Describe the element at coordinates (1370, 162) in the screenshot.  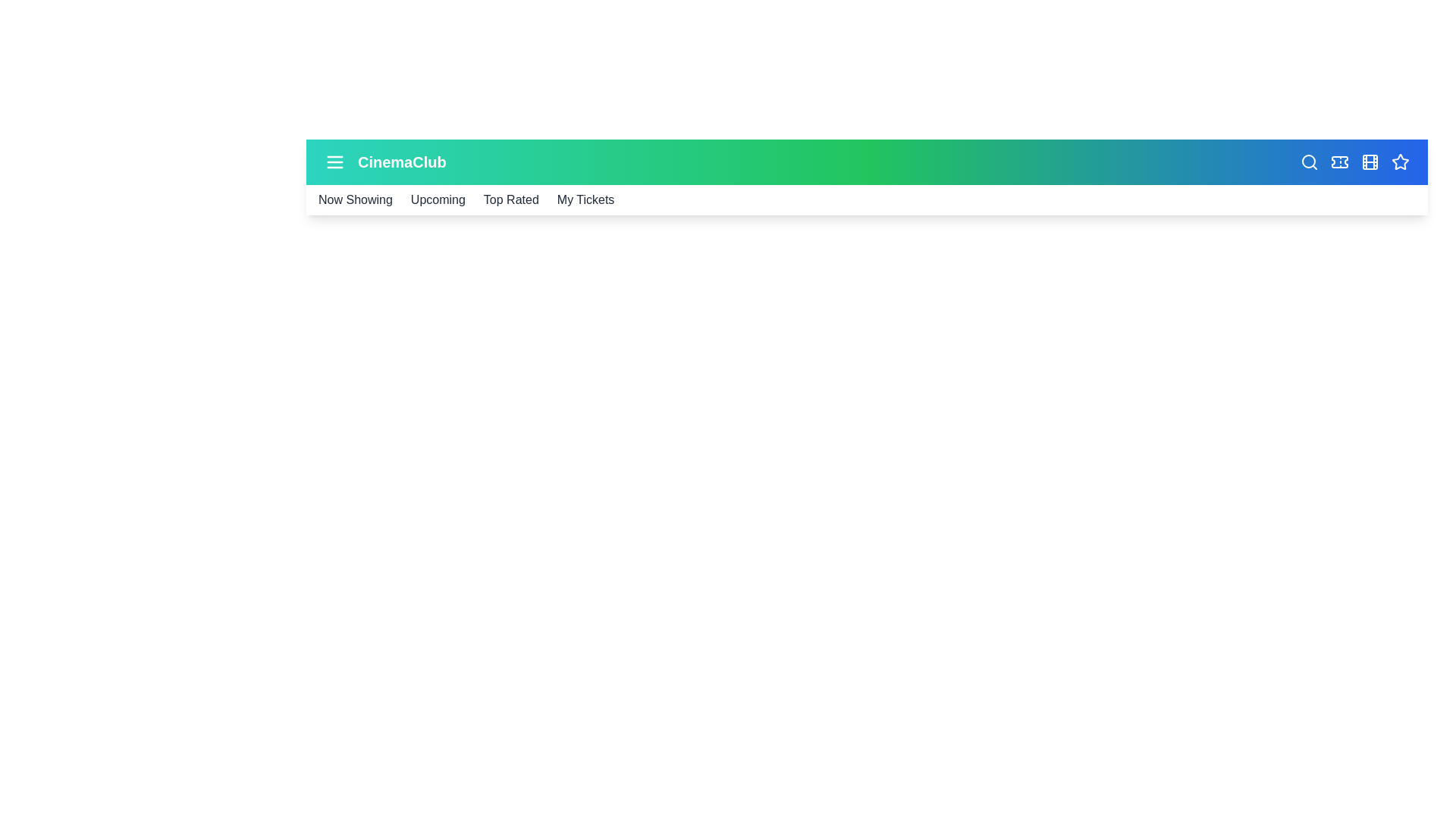
I see `the film icon in the CinemaAppBar` at that location.